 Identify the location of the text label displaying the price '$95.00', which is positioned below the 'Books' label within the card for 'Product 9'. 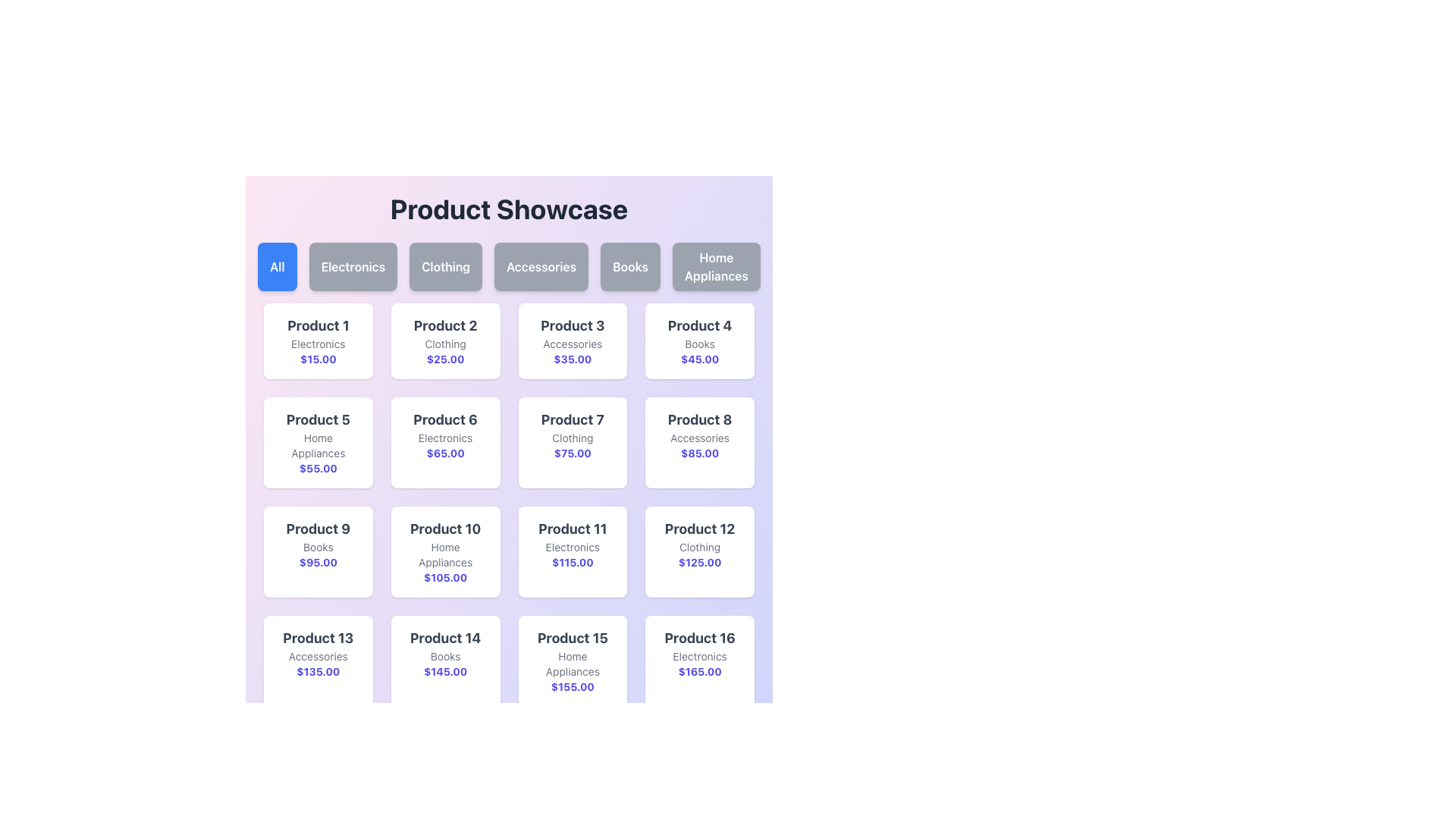
(317, 562).